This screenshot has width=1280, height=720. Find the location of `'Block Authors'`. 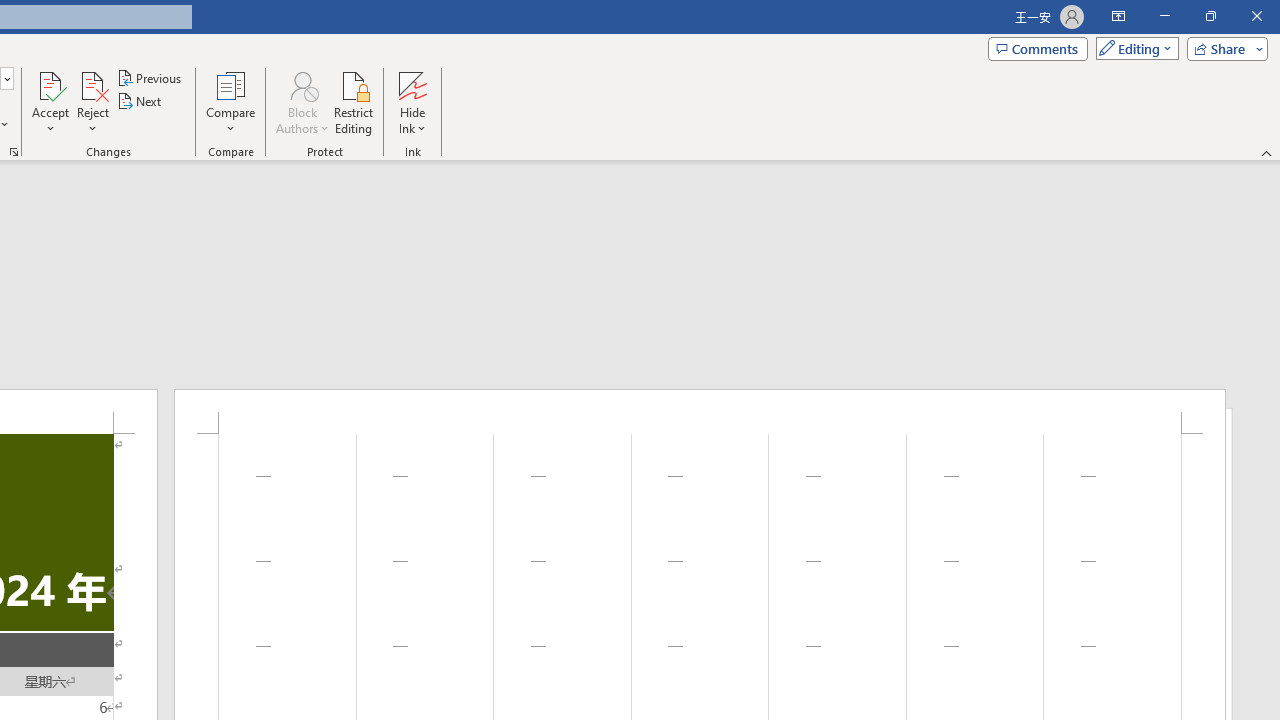

'Block Authors' is located at coordinates (301, 84).